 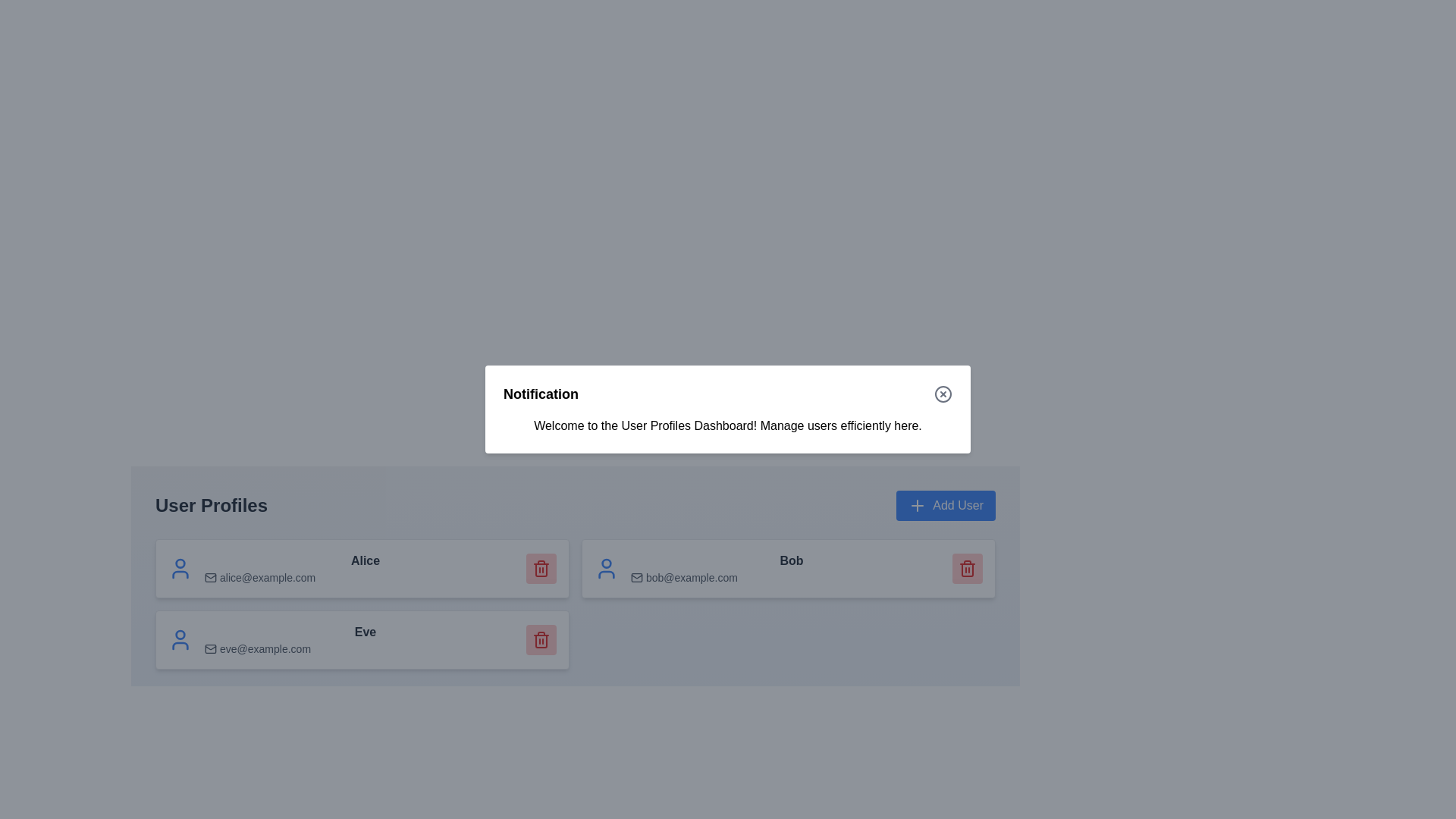 What do you see at coordinates (210, 578) in the screenshot?
I see `the email icon located at the start of the user profile card, which indicates the adjacent text is an email address` at bounding box center [210, 578].